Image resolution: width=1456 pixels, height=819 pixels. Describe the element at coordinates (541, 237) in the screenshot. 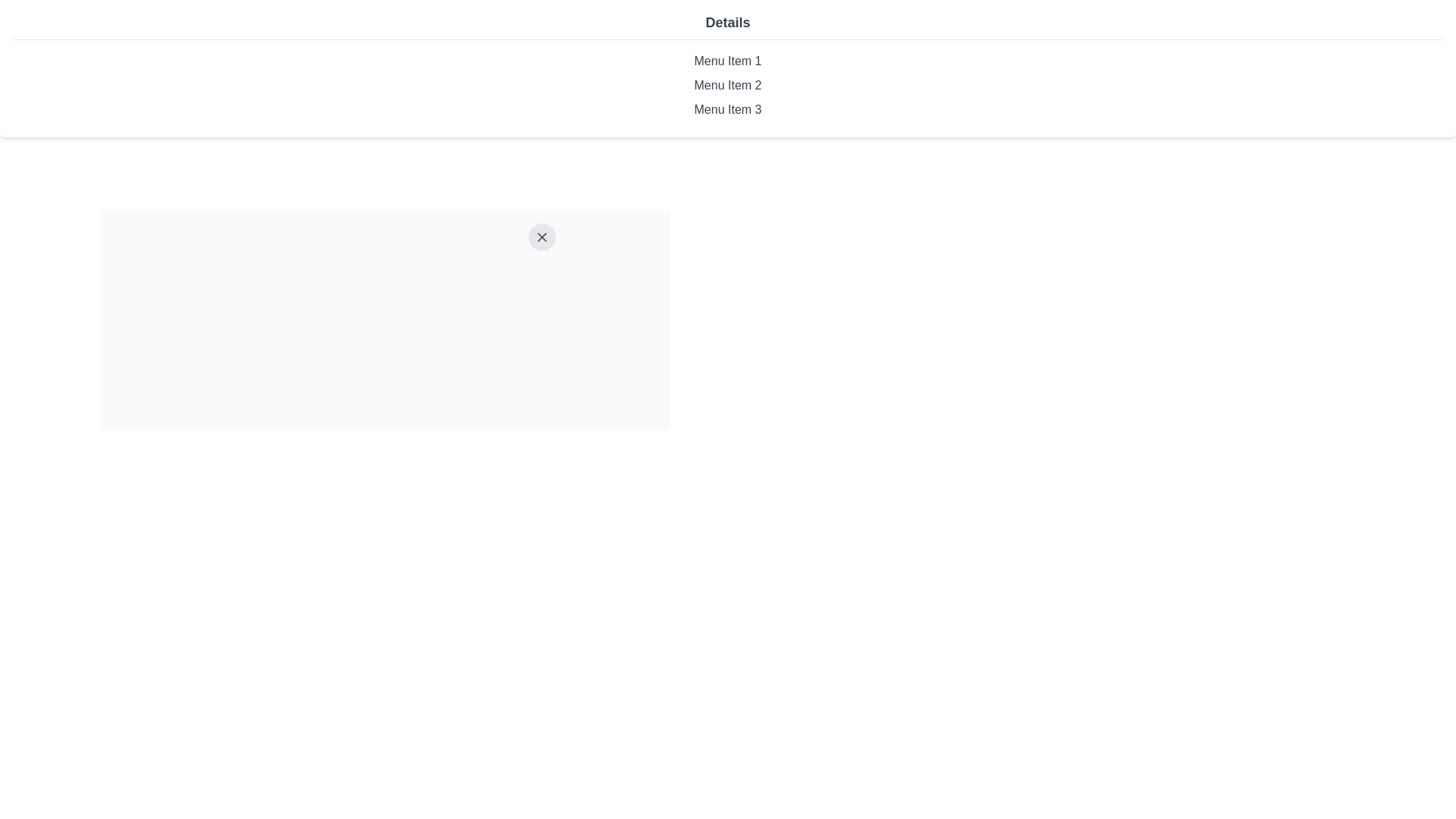

I see `the close icon, which is a gray circular button located at the top-right corner of a white rectangular area` at that location.